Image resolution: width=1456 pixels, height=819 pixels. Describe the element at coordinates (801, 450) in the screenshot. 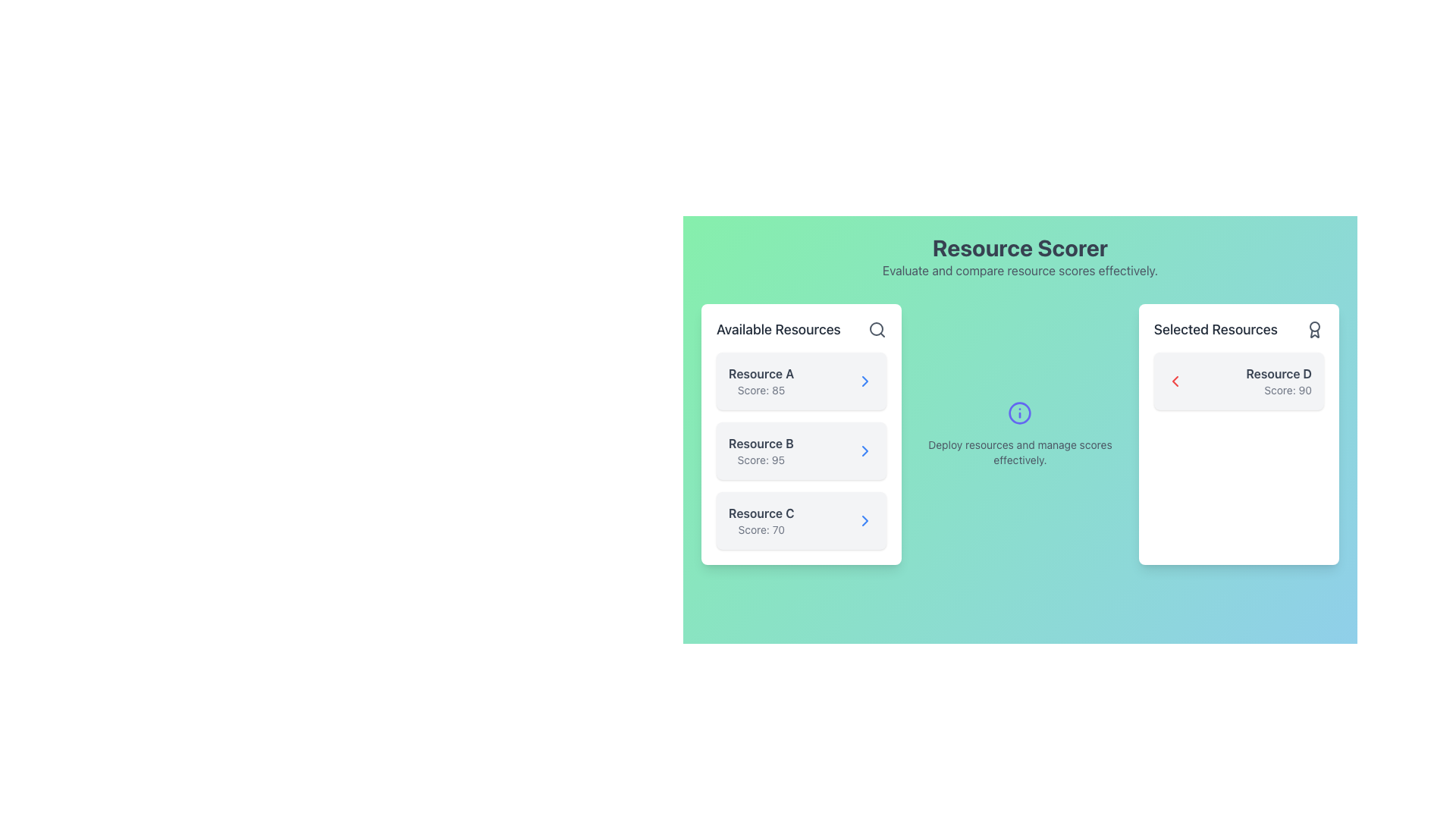

I see `information displayed on the Card that represents 'Resource B' with a score of 95, located in the 'Available Resources' section` at that location.